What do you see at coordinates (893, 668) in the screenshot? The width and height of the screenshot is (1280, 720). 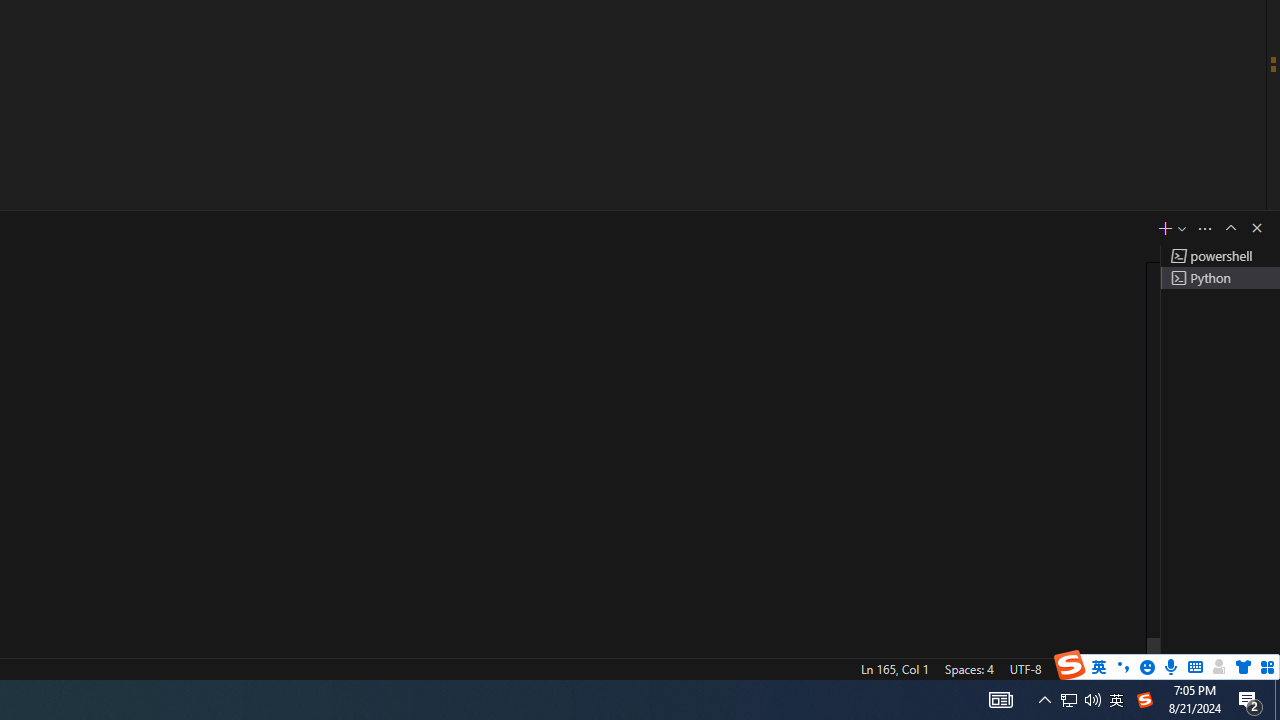 I see `'Ln 165, Col 1'` at bounding box center [893, 668].